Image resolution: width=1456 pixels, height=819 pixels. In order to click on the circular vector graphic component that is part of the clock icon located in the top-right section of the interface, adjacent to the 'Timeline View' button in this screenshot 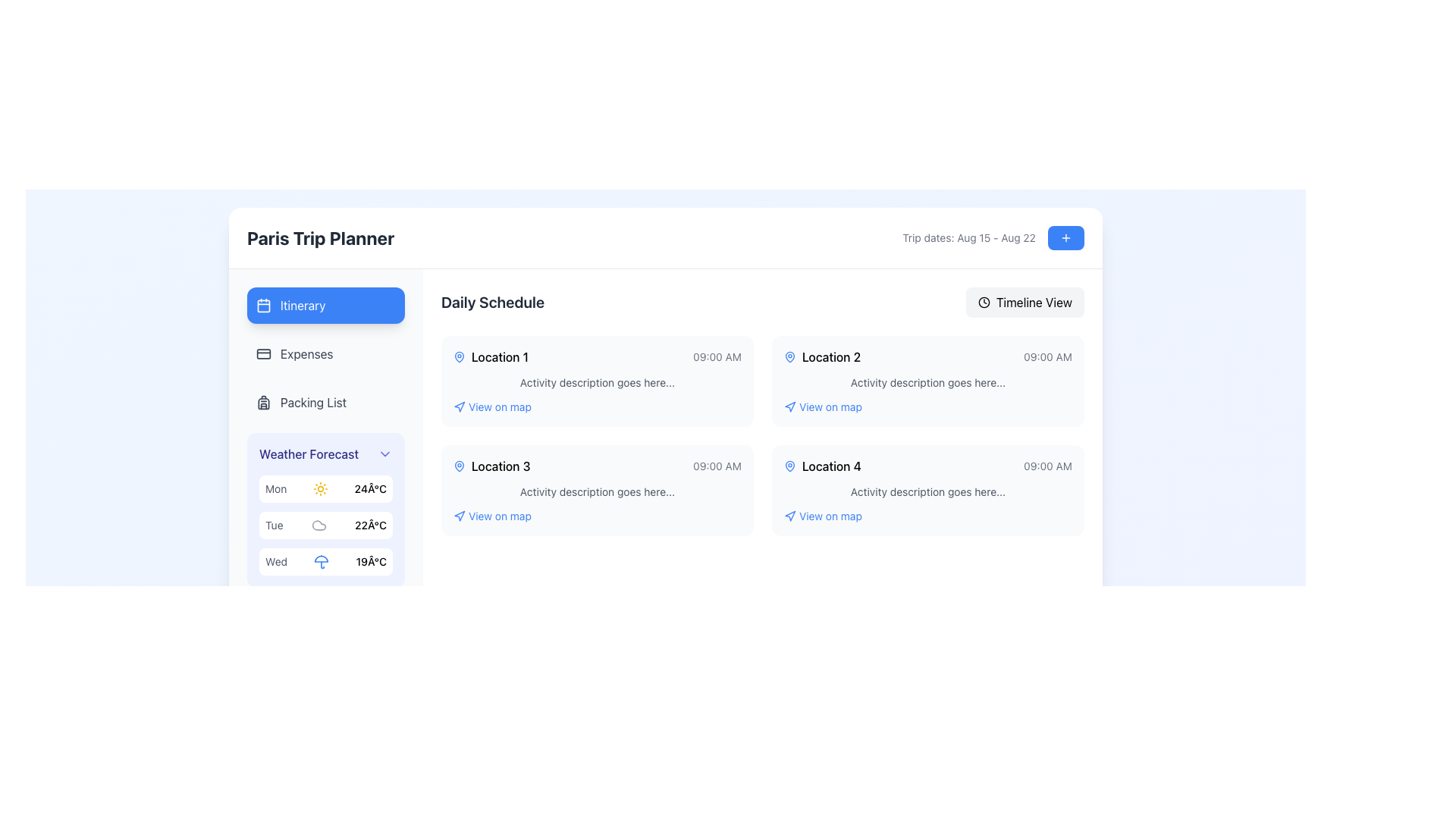, I will do `click(984, 302)`.